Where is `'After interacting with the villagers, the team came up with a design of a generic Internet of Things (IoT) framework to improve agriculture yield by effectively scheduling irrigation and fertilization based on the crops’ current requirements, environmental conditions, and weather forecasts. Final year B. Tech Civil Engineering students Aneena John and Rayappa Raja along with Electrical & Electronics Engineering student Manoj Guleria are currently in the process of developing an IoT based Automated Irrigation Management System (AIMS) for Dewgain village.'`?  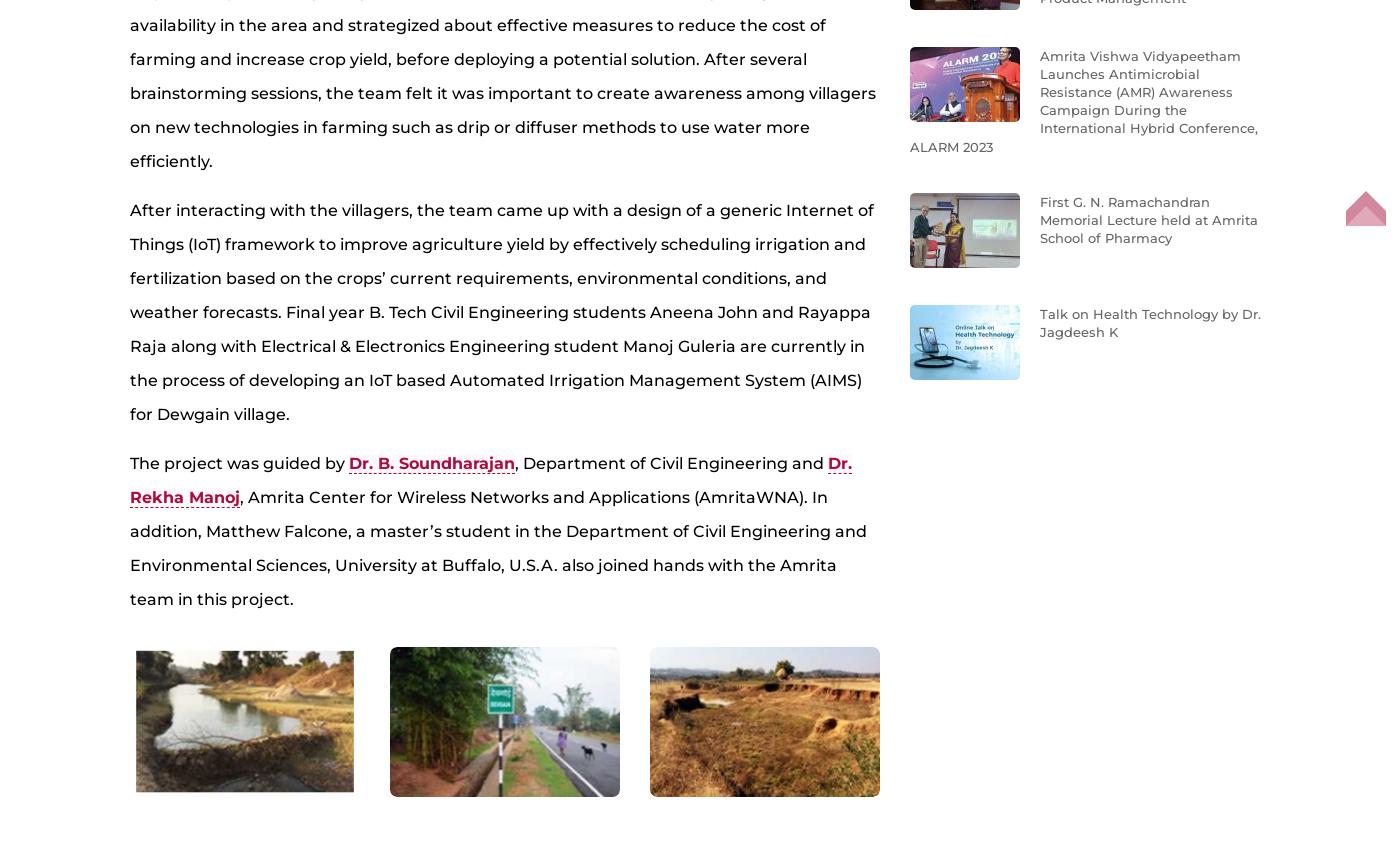
'After interacting with the villagers, the team came up with a design of a generic Internet of Things (IoT) framework to improve agriculture yield by effectively scheduling irrigation and fertilization based on the crops’ current requirements, environmental conditions, and weather forecasts. Final year B. Tech Civil Engineering students Aneena John and Rayappa Raja along with Electrical & Electronics Engineering student Manoj Guleria are currently in the process of developing an IoT based Automated Irrigation Management System (AIMS) for Dewgain village.' is located at coordinates (130, 311).